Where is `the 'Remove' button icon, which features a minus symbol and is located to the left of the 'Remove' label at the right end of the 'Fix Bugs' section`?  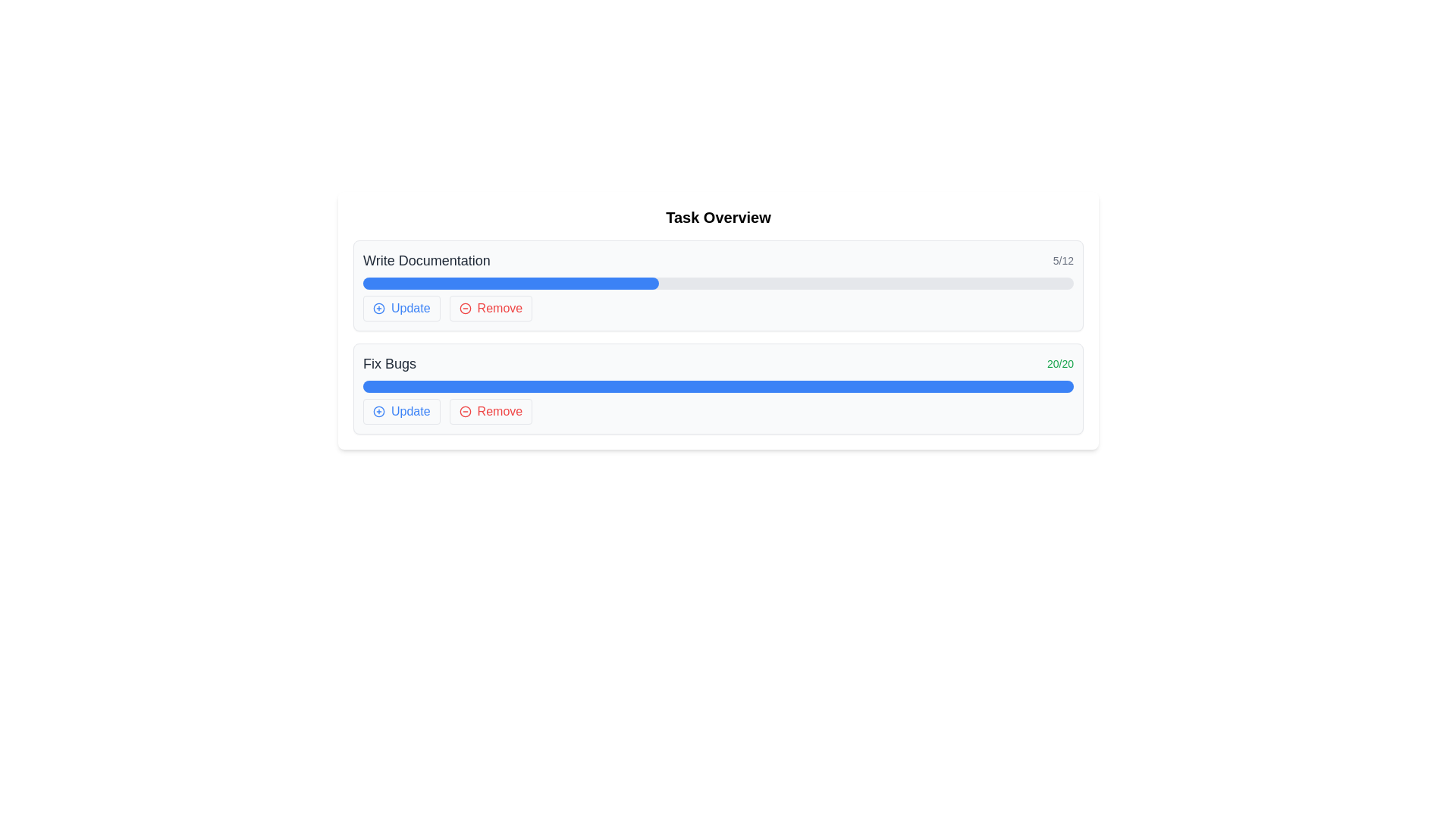 the 'Remove' button icon, which features a minus symbol and is located to the left of the 'Remove' label at the right end of the 'Fix Bugs' section is located at coordinates (464, 412).